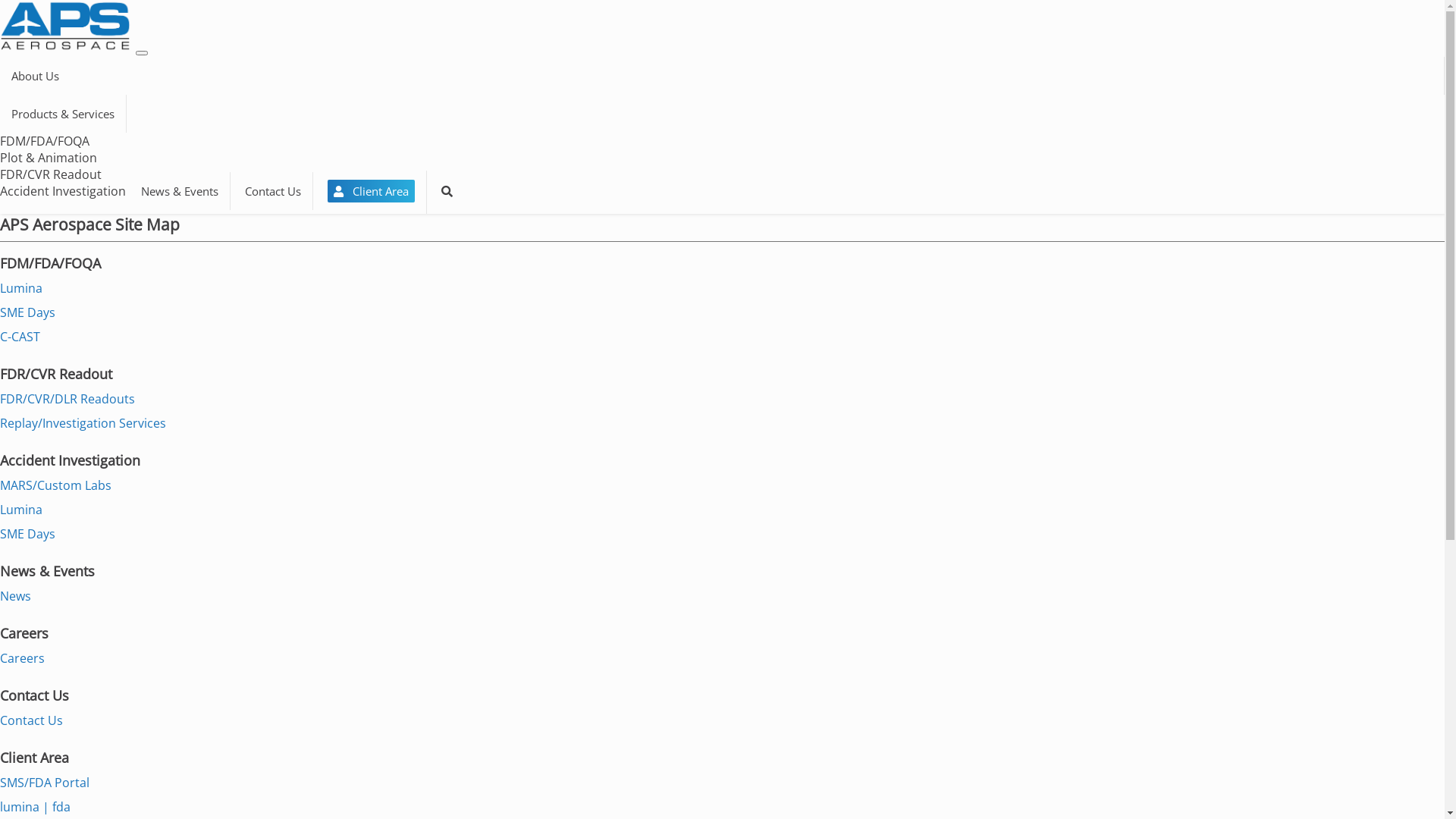 The height and width of the screenshot is (819, 1456). Describe the element at coordinates (35, 806) in the screenshot. I see `'lumina | fda'` at that location.